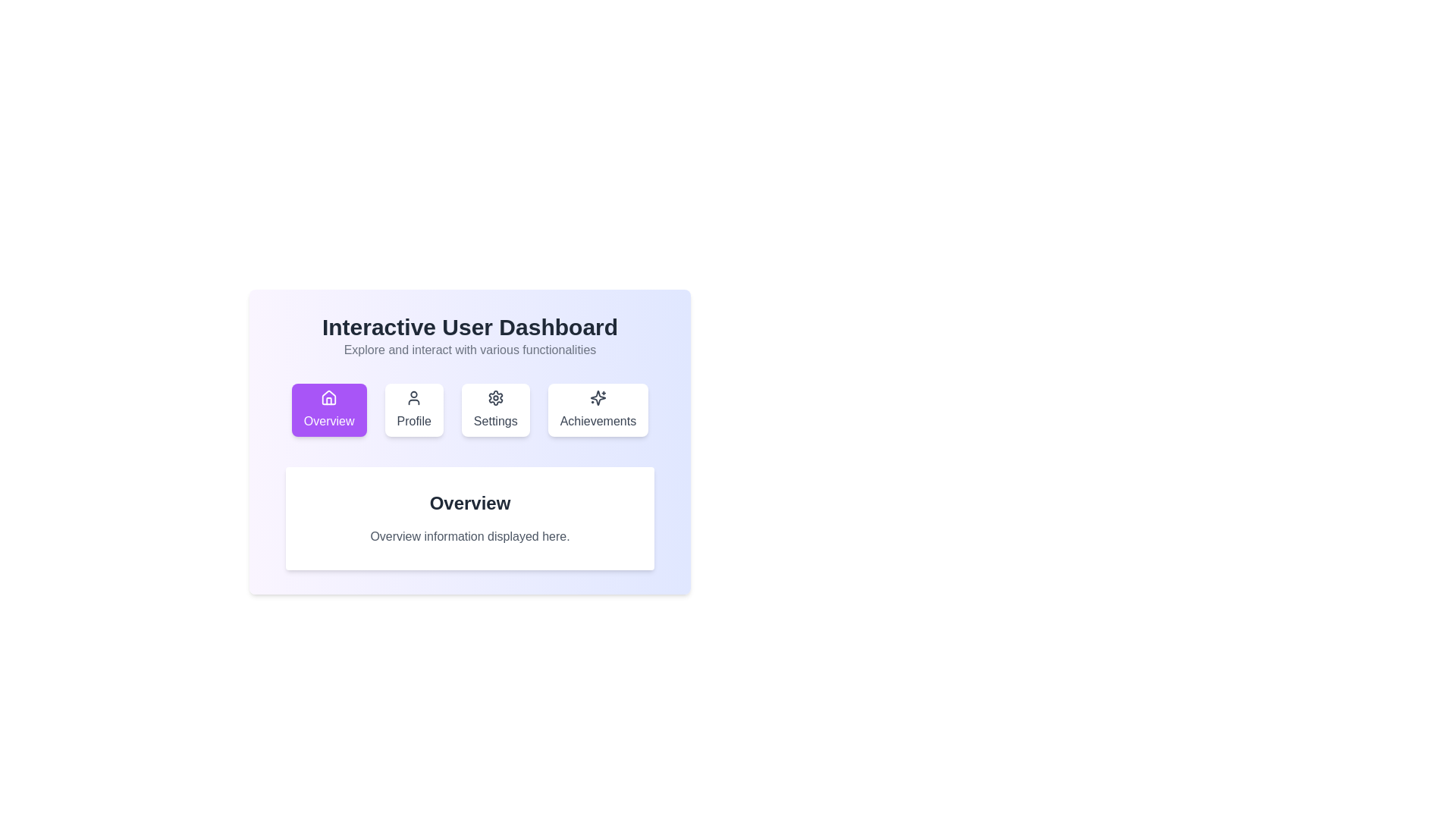  I want to click on the text label that serves as a description for the settings option, located below the gear icon and alongside labels like 'Overview' and 'Profile', so click(495, 421).